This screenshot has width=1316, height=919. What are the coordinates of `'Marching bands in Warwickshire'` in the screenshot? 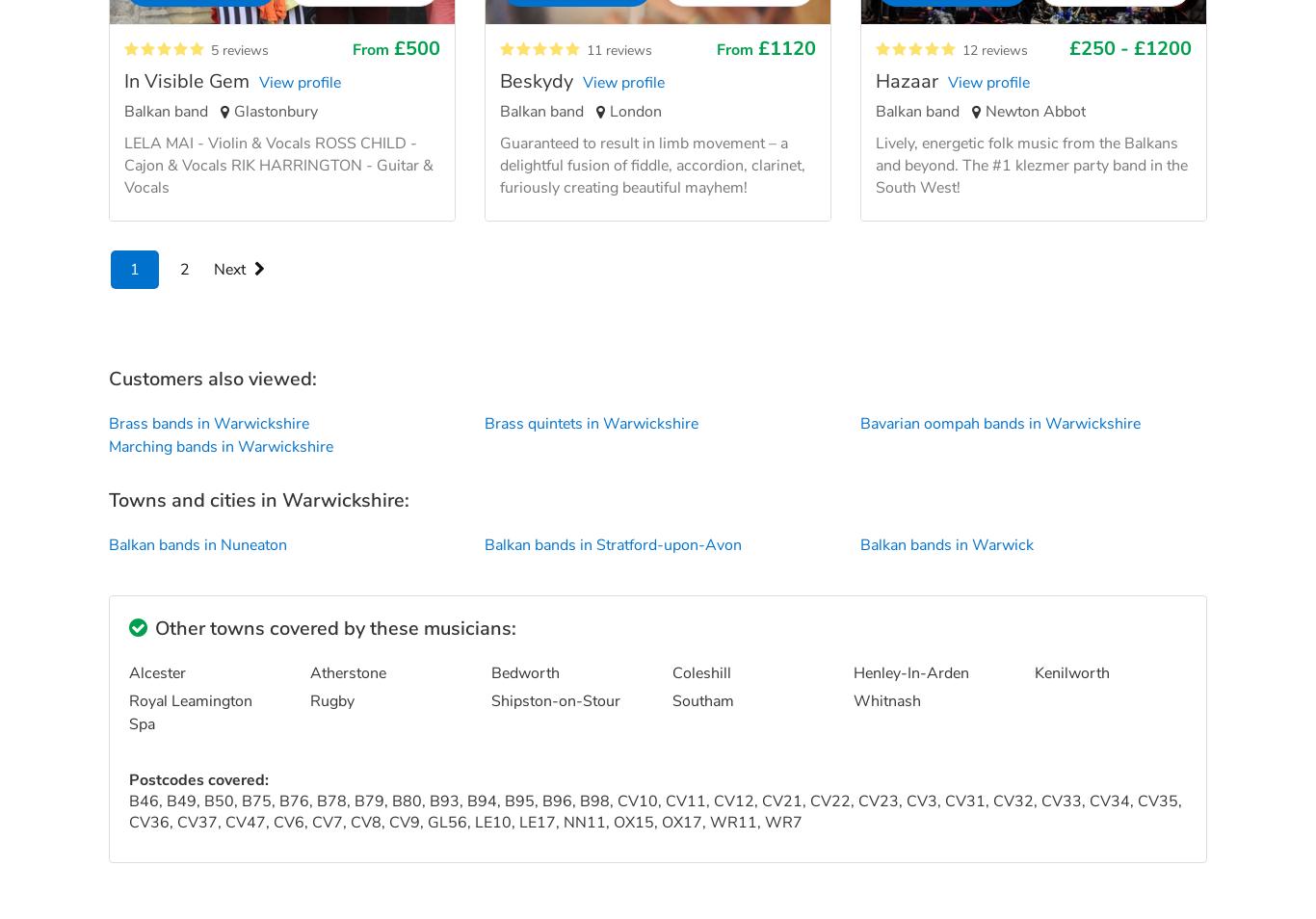 It's located at (108, 445).